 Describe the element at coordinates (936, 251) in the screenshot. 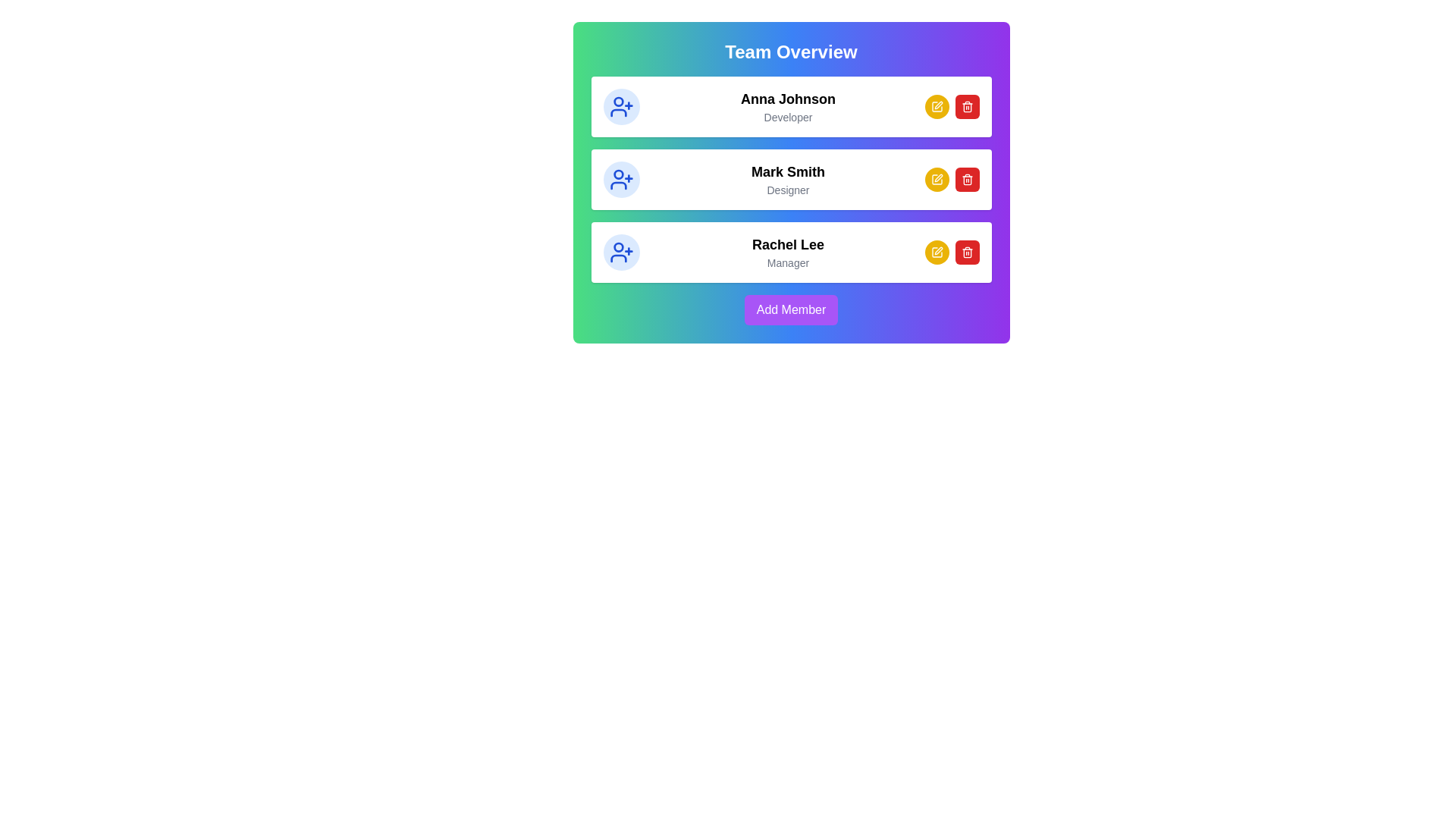

I see `the edit button for the entry 'Rachel Lee - Manager', which is the first button in the right section of the third row, positioned to the left of a red trash icon button` at that location.